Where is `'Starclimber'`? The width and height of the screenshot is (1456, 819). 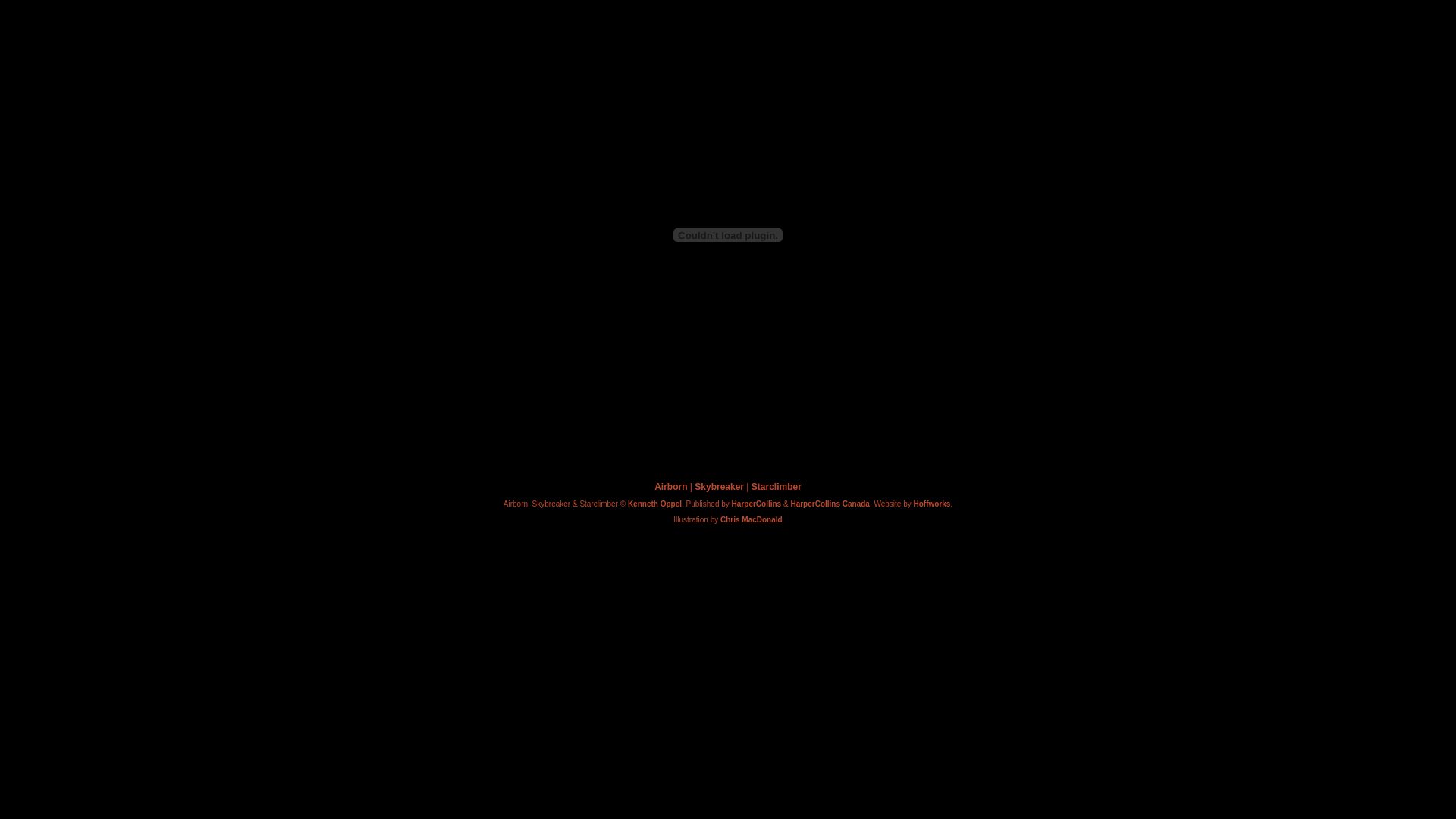 'Starclimber' is located at coordinates (776, 486).